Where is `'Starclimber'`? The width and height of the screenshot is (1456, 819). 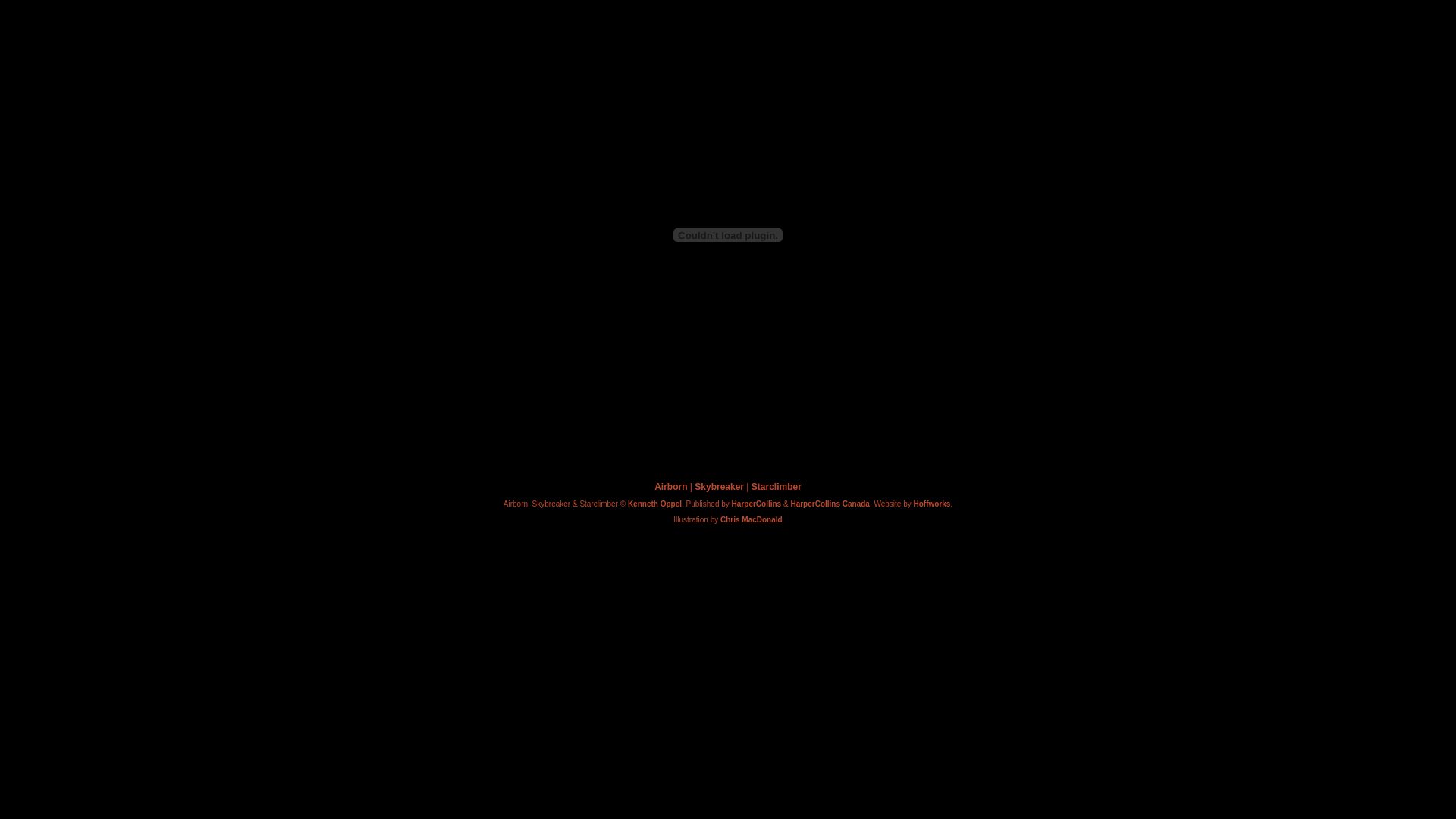 'Starclimber' is located at coordinates (776, 486).